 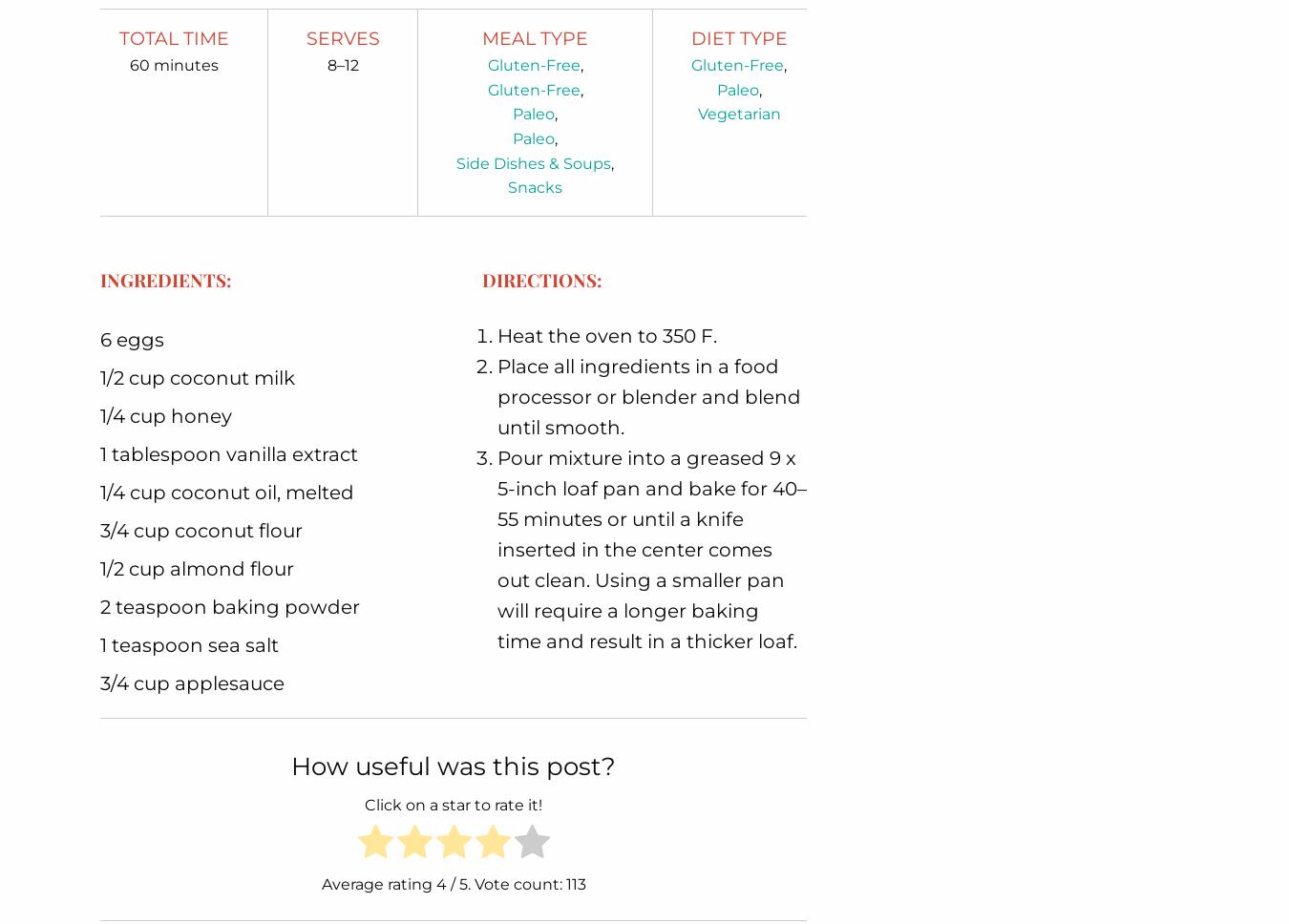 What do you see at coordinates (173, 37) in the screenshot?
I see `'Total Time'` at bounding box center [173, 37].